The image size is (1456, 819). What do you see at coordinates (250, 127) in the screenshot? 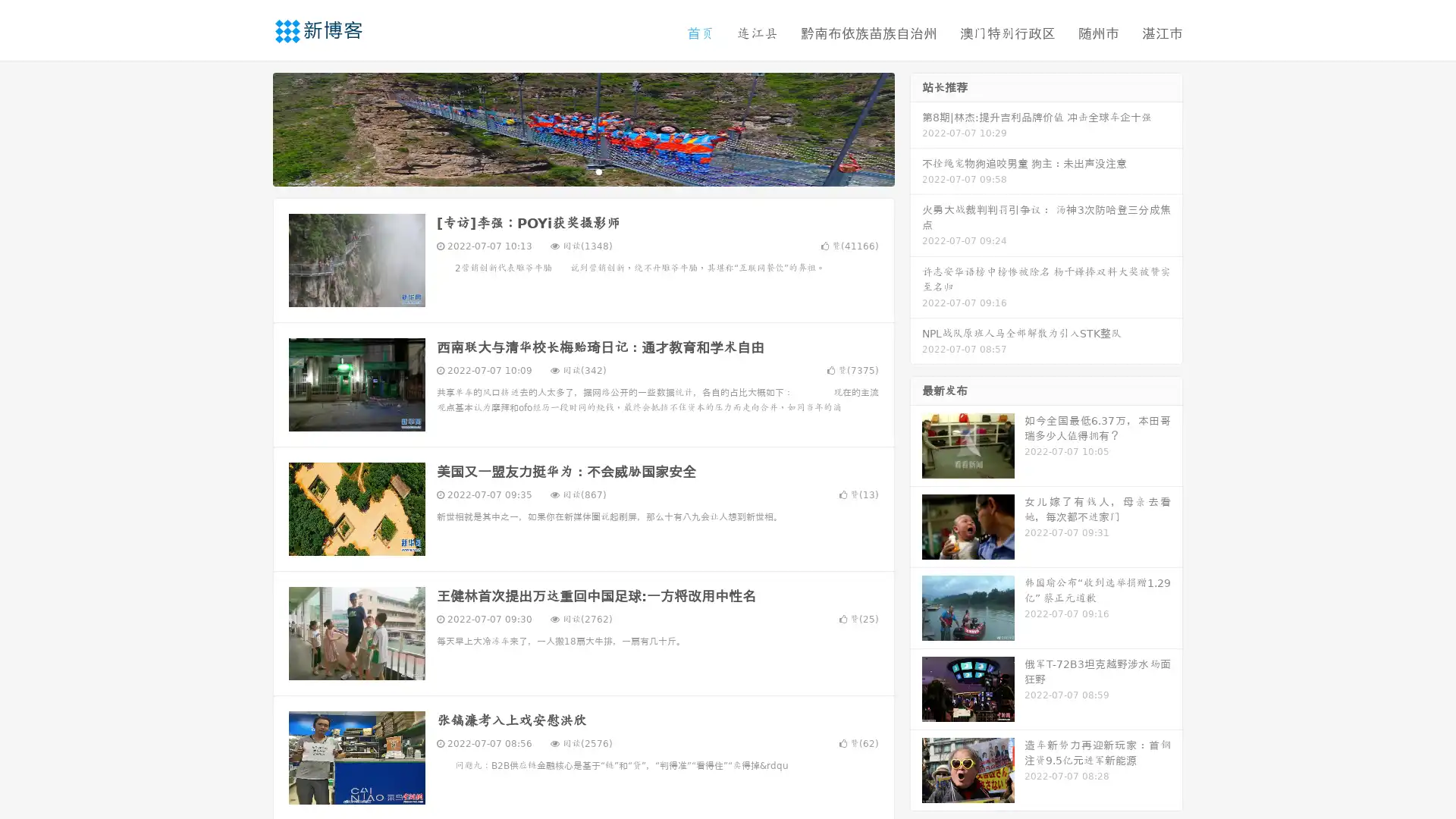
I see `Previous slide` at bounding box center [250, 127].